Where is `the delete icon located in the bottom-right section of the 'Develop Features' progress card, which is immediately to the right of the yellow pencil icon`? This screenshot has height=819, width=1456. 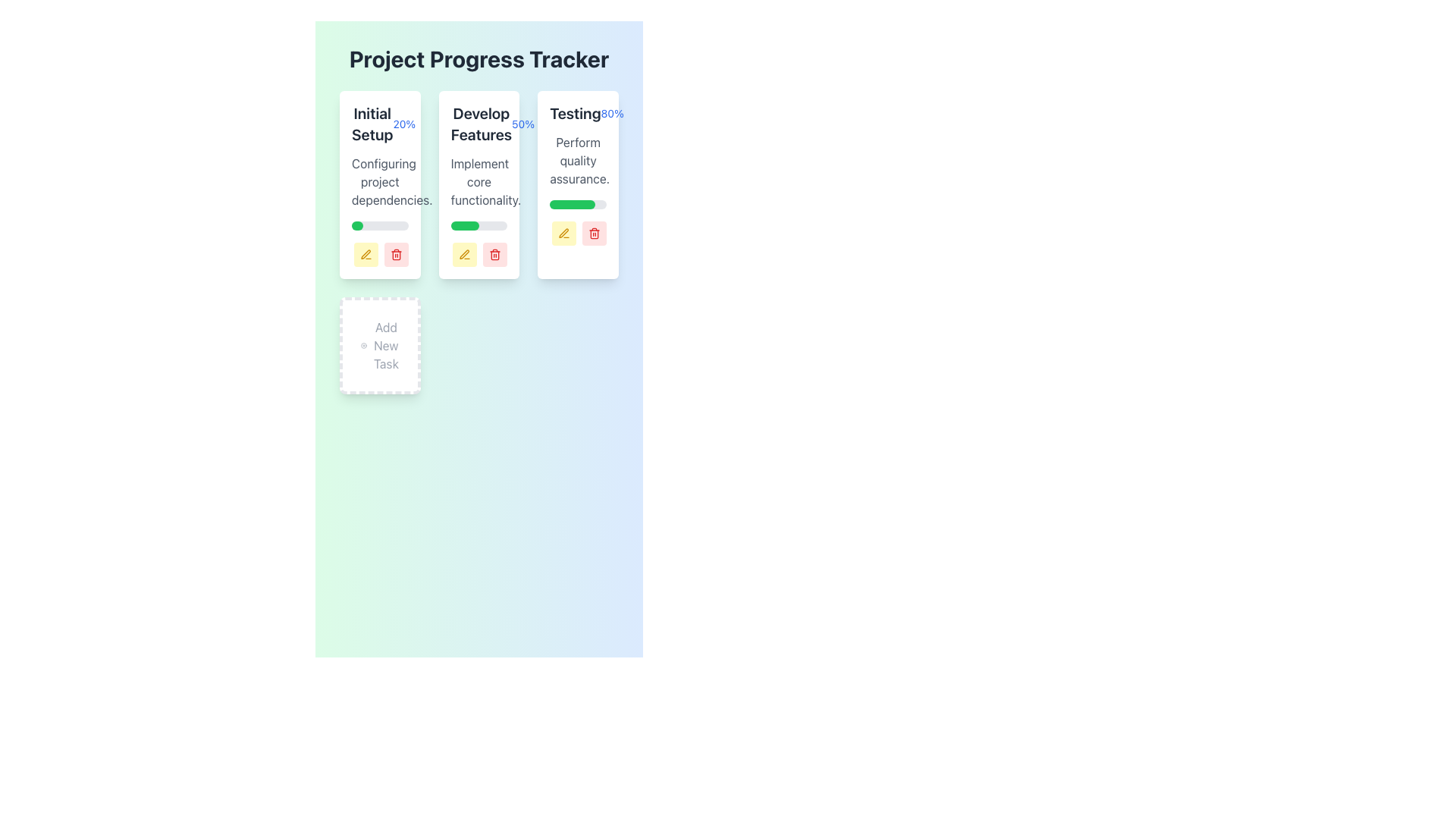
the delete icon located in the bottom-right section of the 'Develop Features' progress card, which is immediately to the right of the yellow pencil icon is located at coordinates (495, 255).